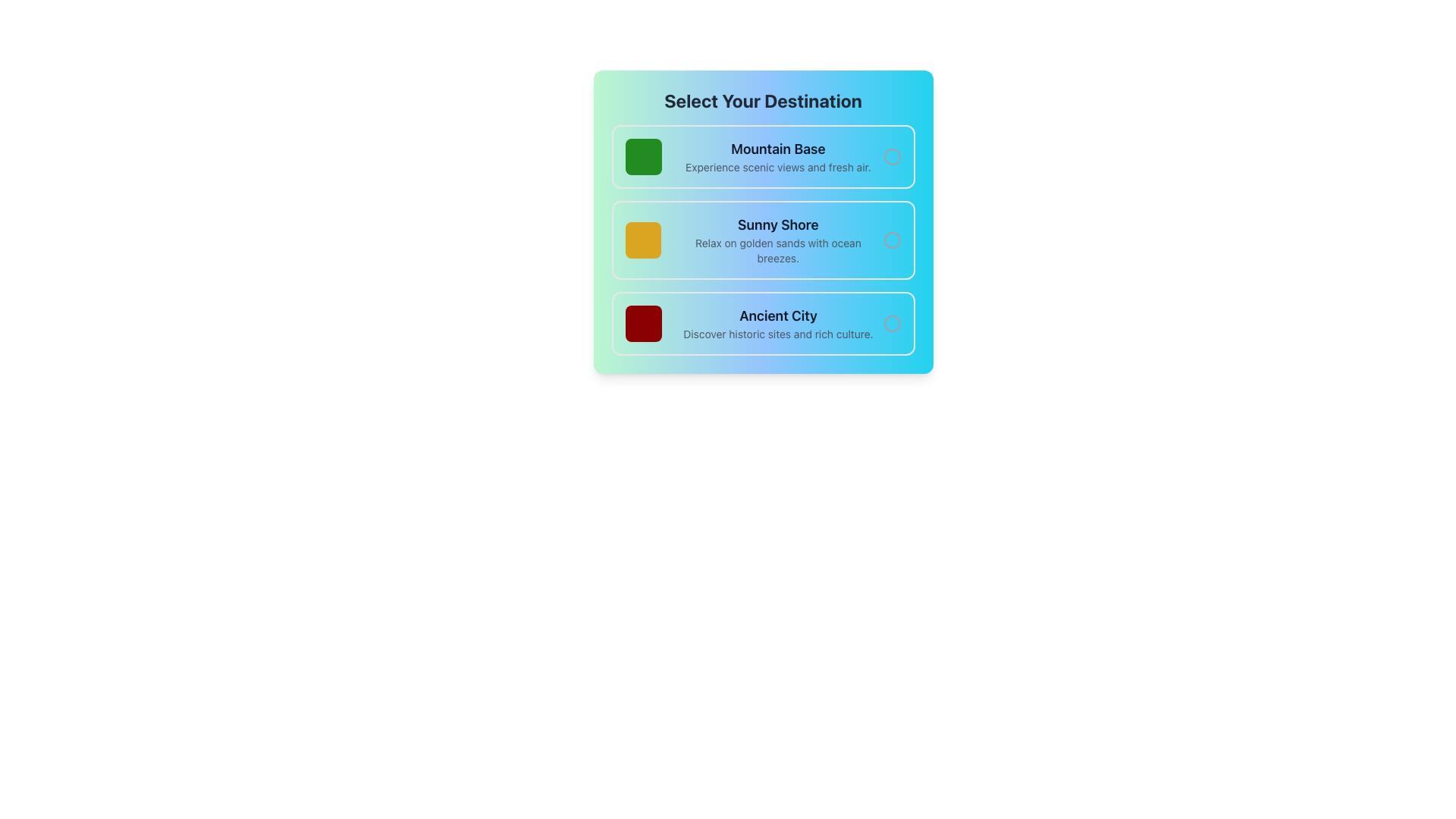 The width and height of the screenshot is (1456, 819). Describe the element at coordinates (892, 239) in the screenshot. I see `the radio button associated with the option 'Sunny Shore Relax on golden sands with ocean breezes.'` at that location.